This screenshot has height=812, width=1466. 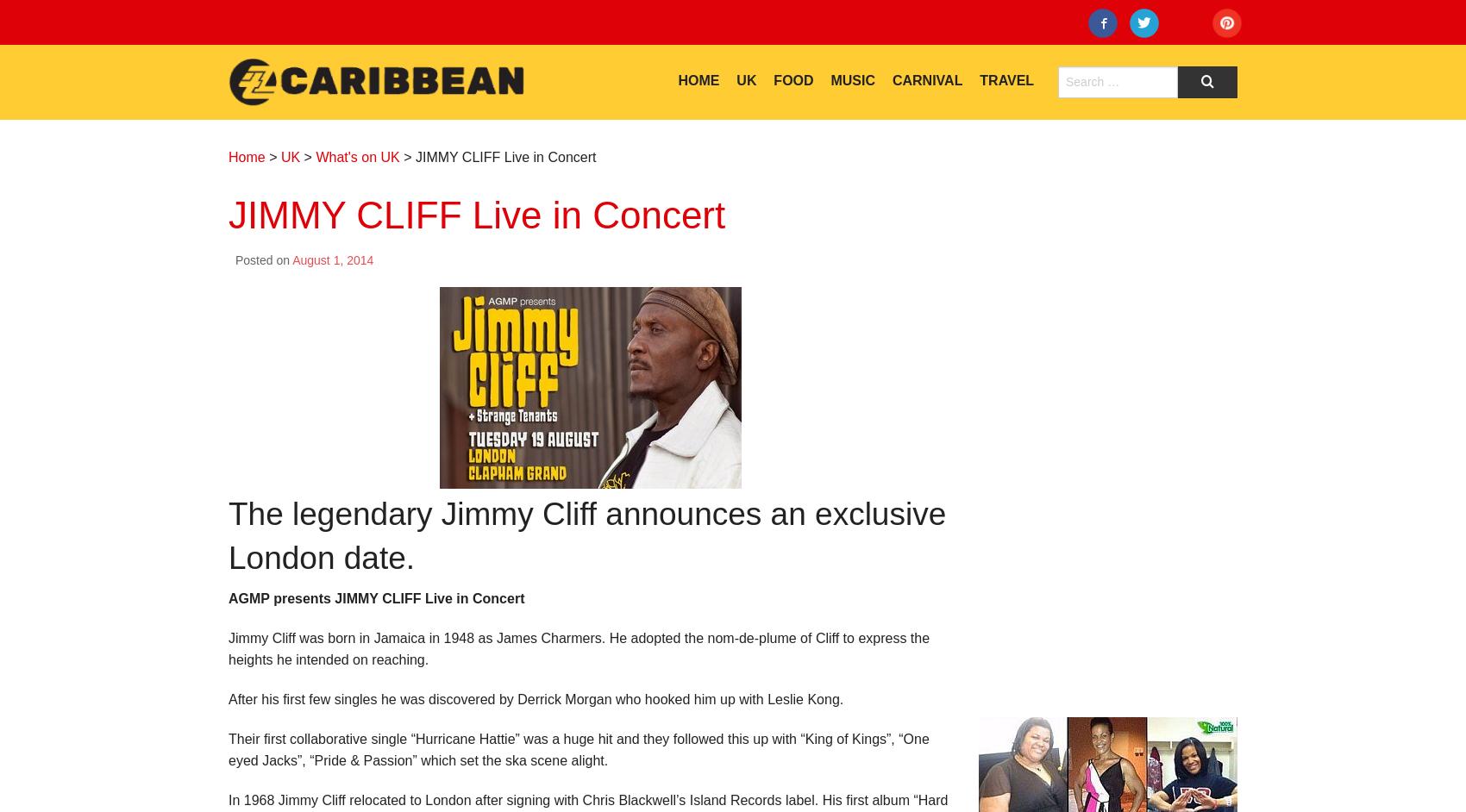 I want to click on 'AGMP presents JIMMY CLIFF Live in Concert', so click(x=229, y=598).